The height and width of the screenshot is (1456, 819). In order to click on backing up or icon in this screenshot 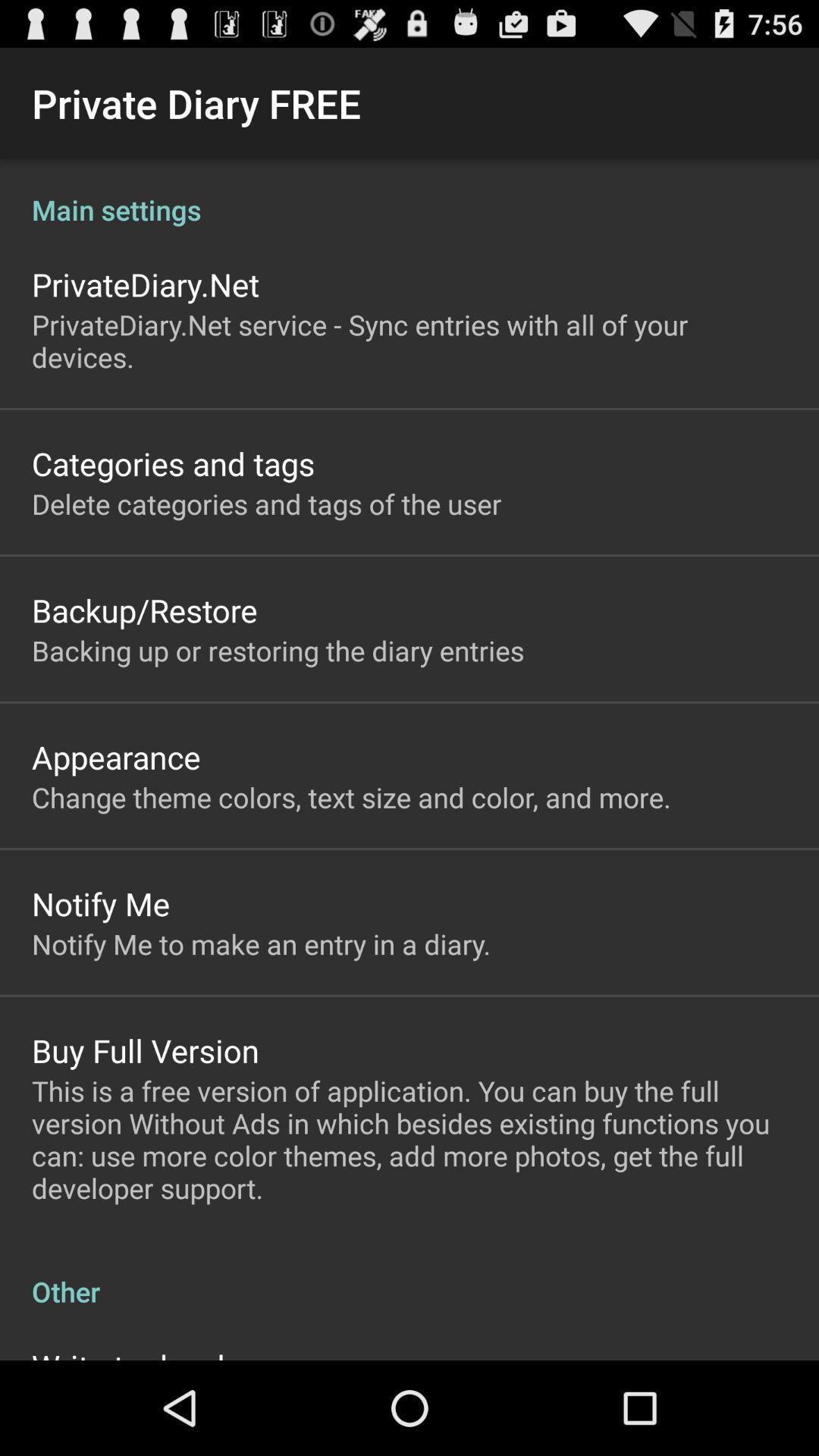, I will do `click(278, 651)`.